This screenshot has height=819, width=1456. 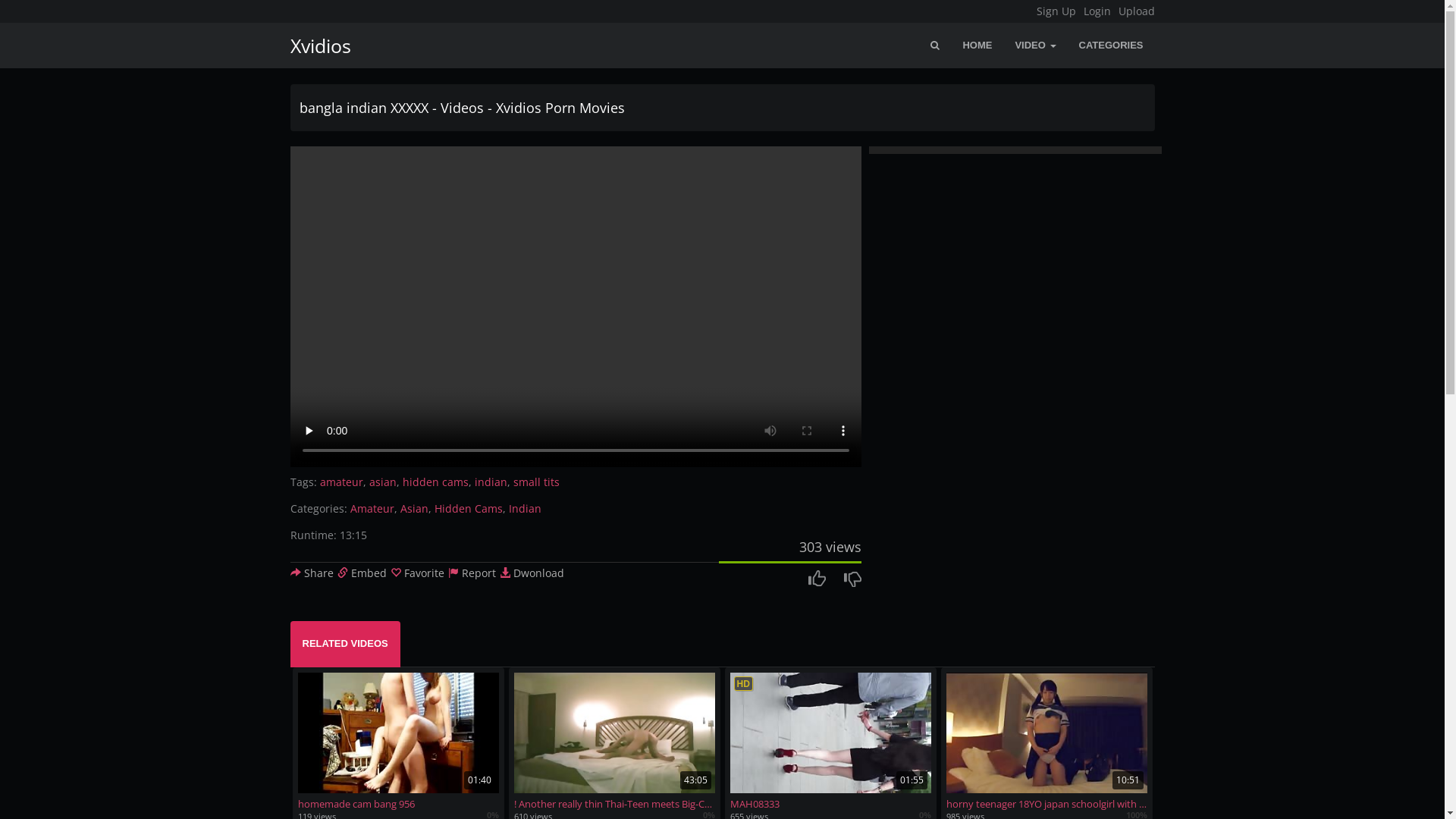 What do you see at coordinates (382, 482) in the screenshot?
I see `'asian'` at bounding box center [382, 482].